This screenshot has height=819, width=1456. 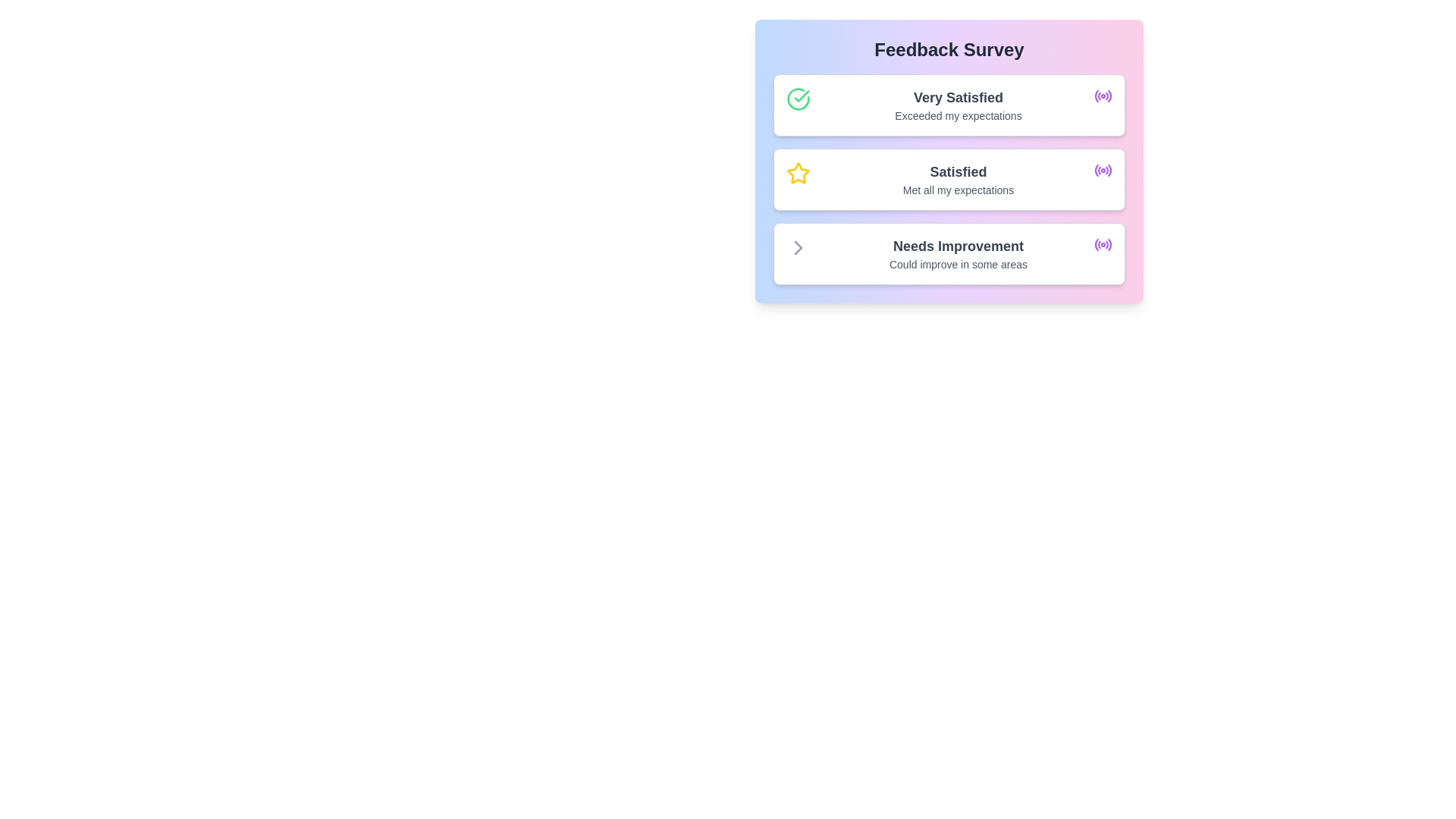 What do you see at coordinates (797, 178) in the screenshot?
I see `the yellow star icon located at the beginning of the 'Satisfied' feedback option` at bounding box center [797, 178].